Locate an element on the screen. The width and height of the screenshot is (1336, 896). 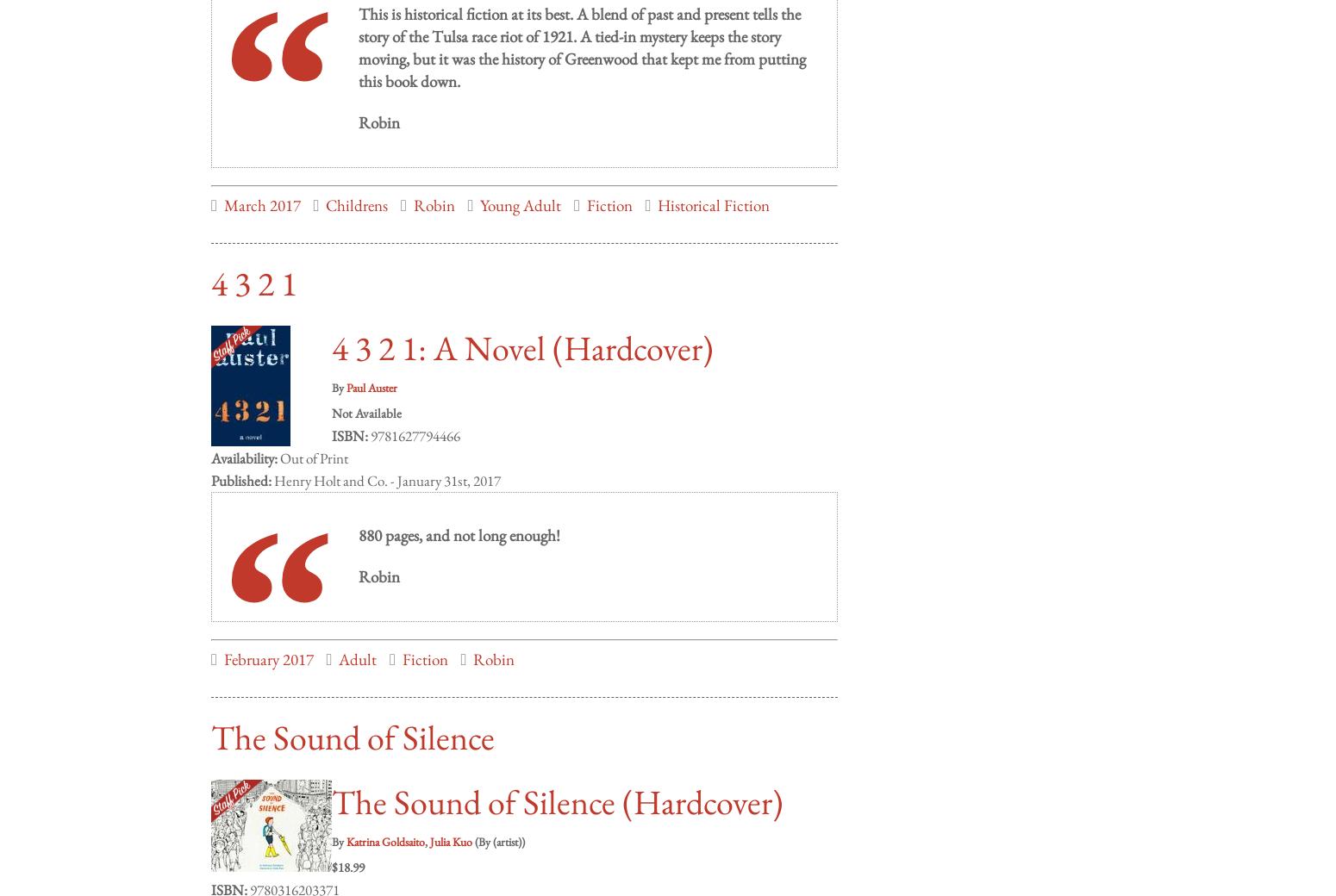
'9781627794466' is located at coordinates (413, 418).